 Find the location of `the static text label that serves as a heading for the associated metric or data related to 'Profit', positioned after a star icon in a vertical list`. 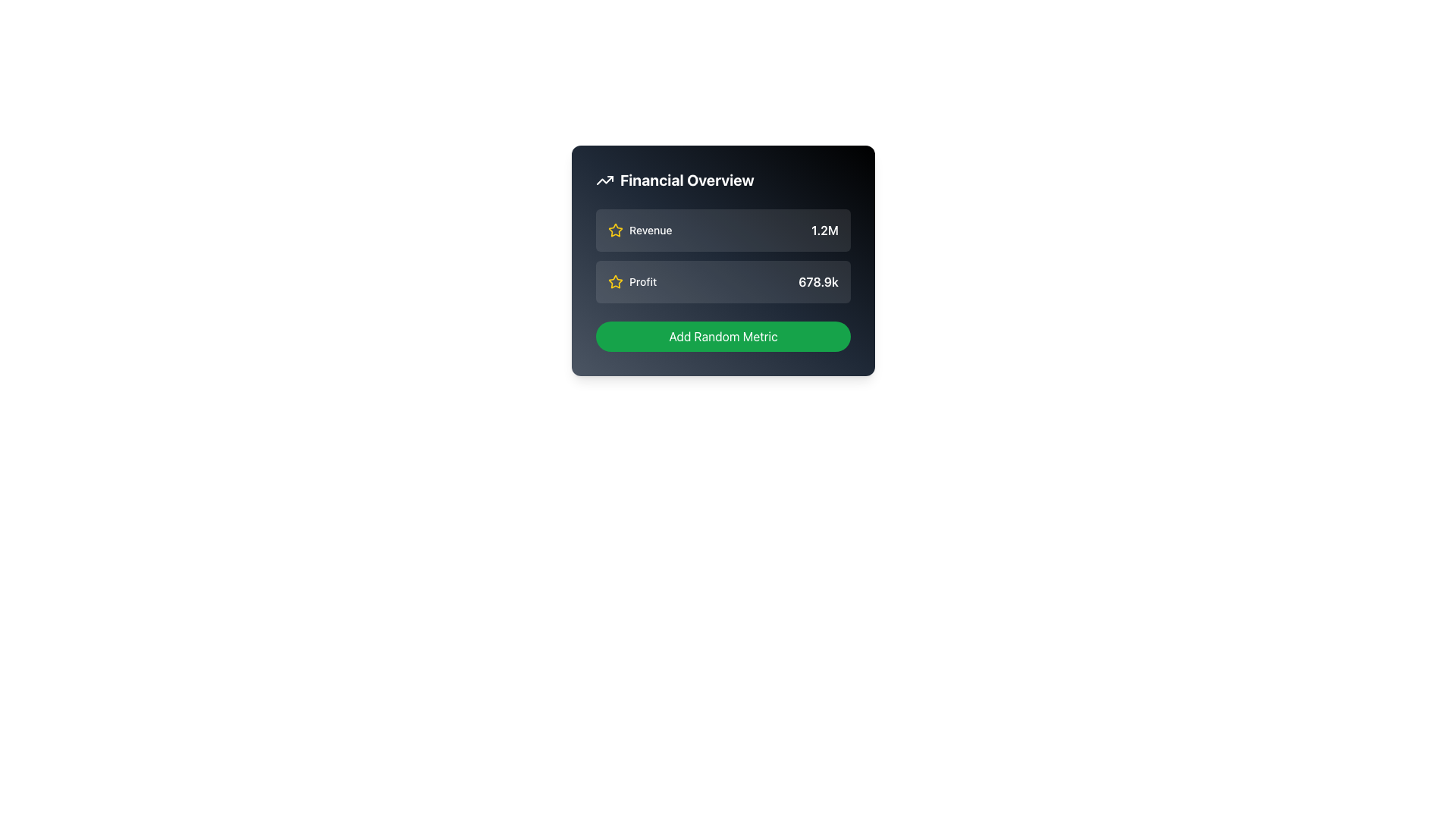

the static text label that serves as a heading for the associated metric or data related to 'Profit', positioned after a star icon in a vertical list is located at coordinates (643, 281).